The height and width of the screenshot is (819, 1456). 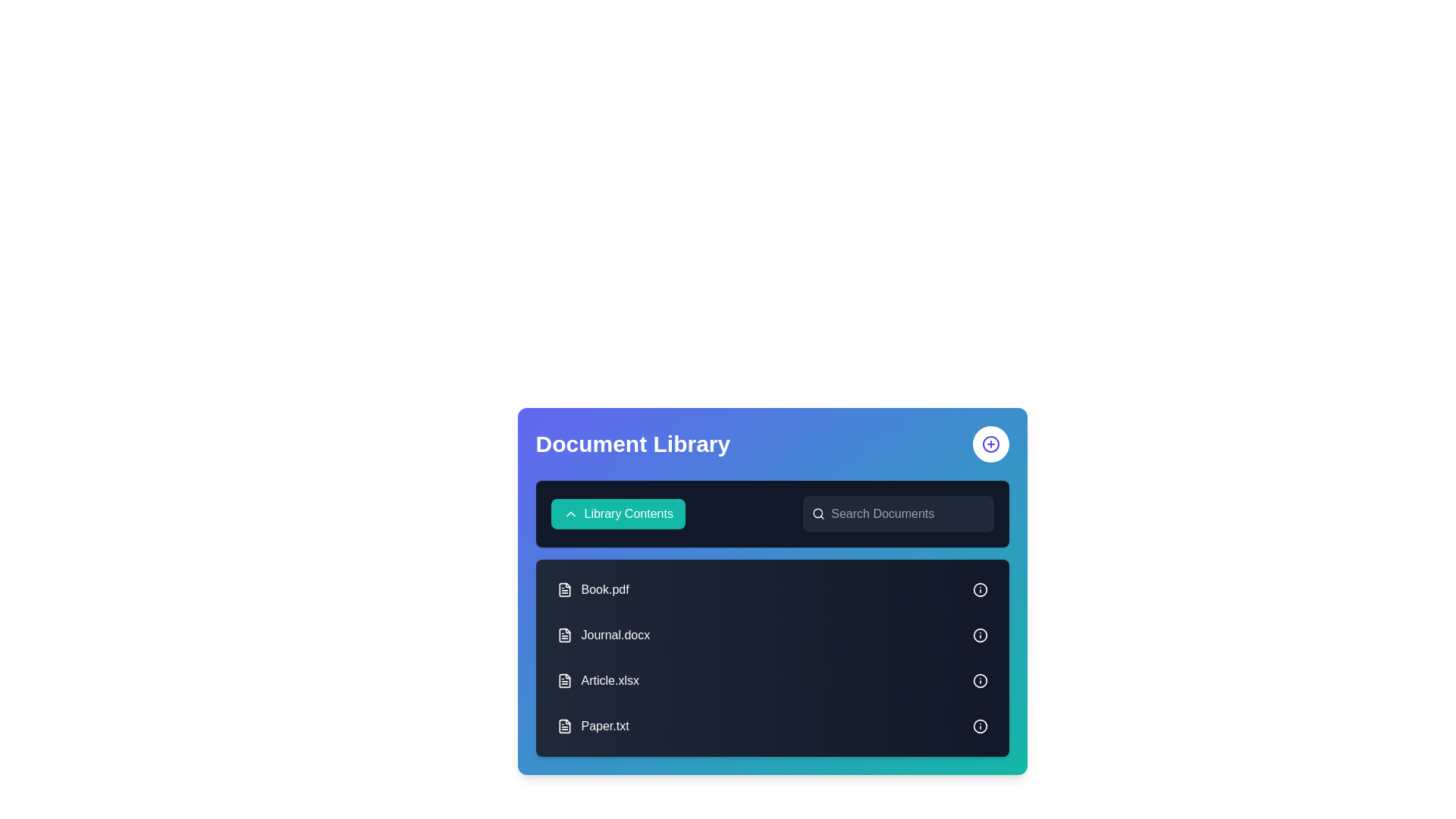 What do you see at coordinates (563, 680) in the screenshot?
I see `the rectangular document icon with a folded top-right corner, which is part of the third item labeled 'Article.xlsx' in the 'Document Library' section` at bounding box center [563, 680].